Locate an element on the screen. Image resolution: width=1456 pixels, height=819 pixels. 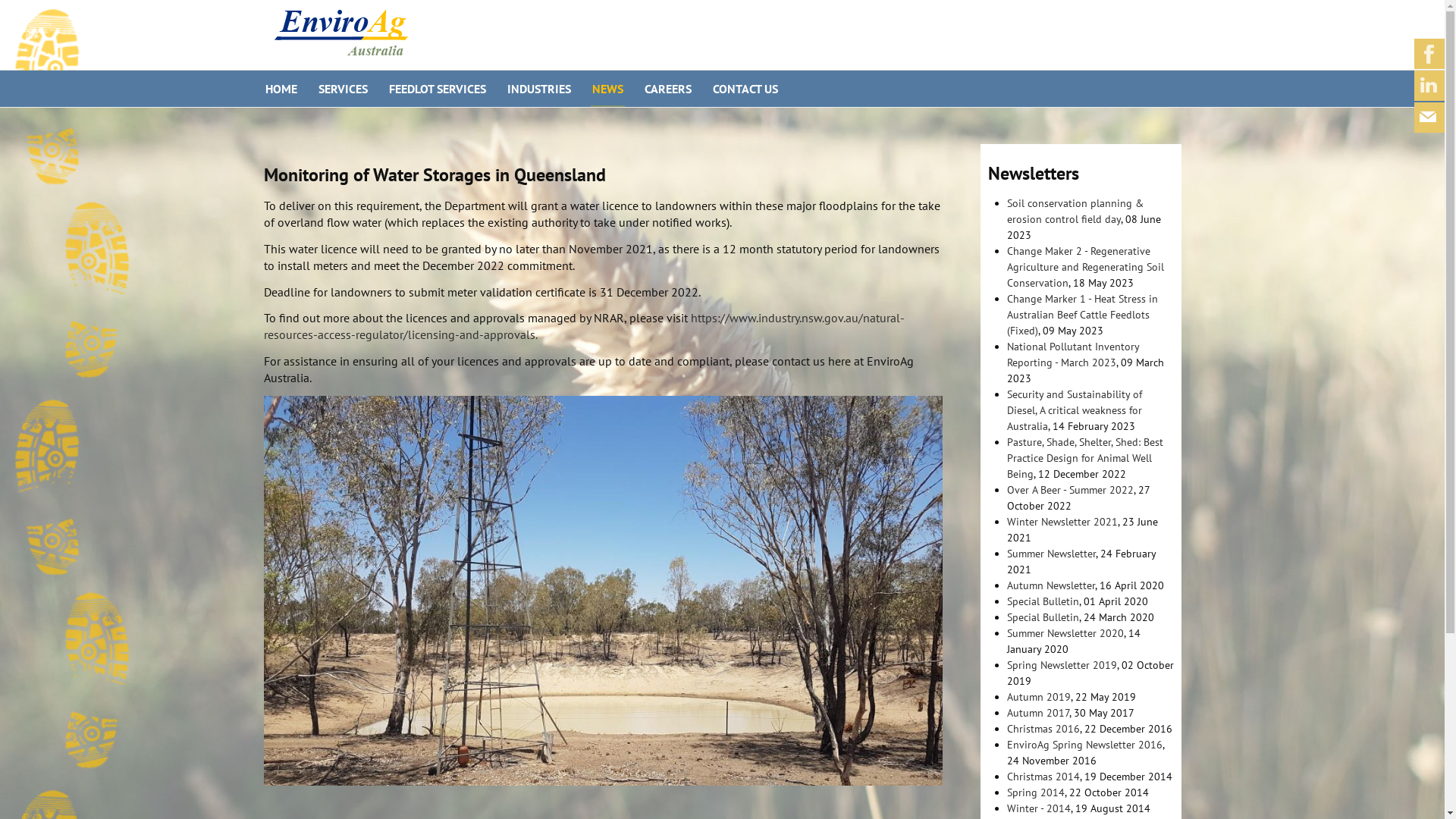
'HOME' is located at coordinates (281, 88).